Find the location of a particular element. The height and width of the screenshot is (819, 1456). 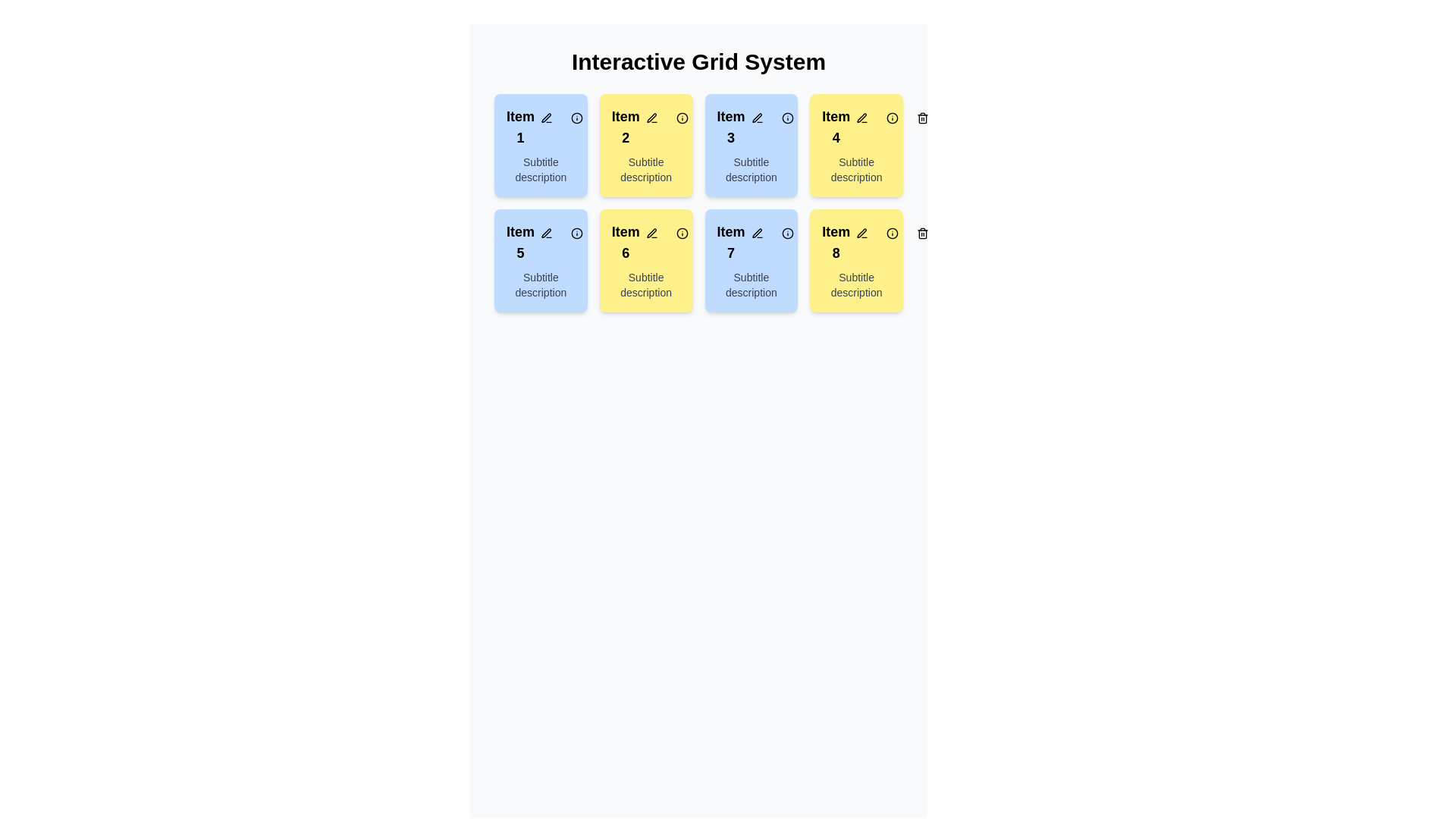

the edit button for 'Item 7' located on the leftmost side of the action group in the grid is located at coordinates (757, 234).